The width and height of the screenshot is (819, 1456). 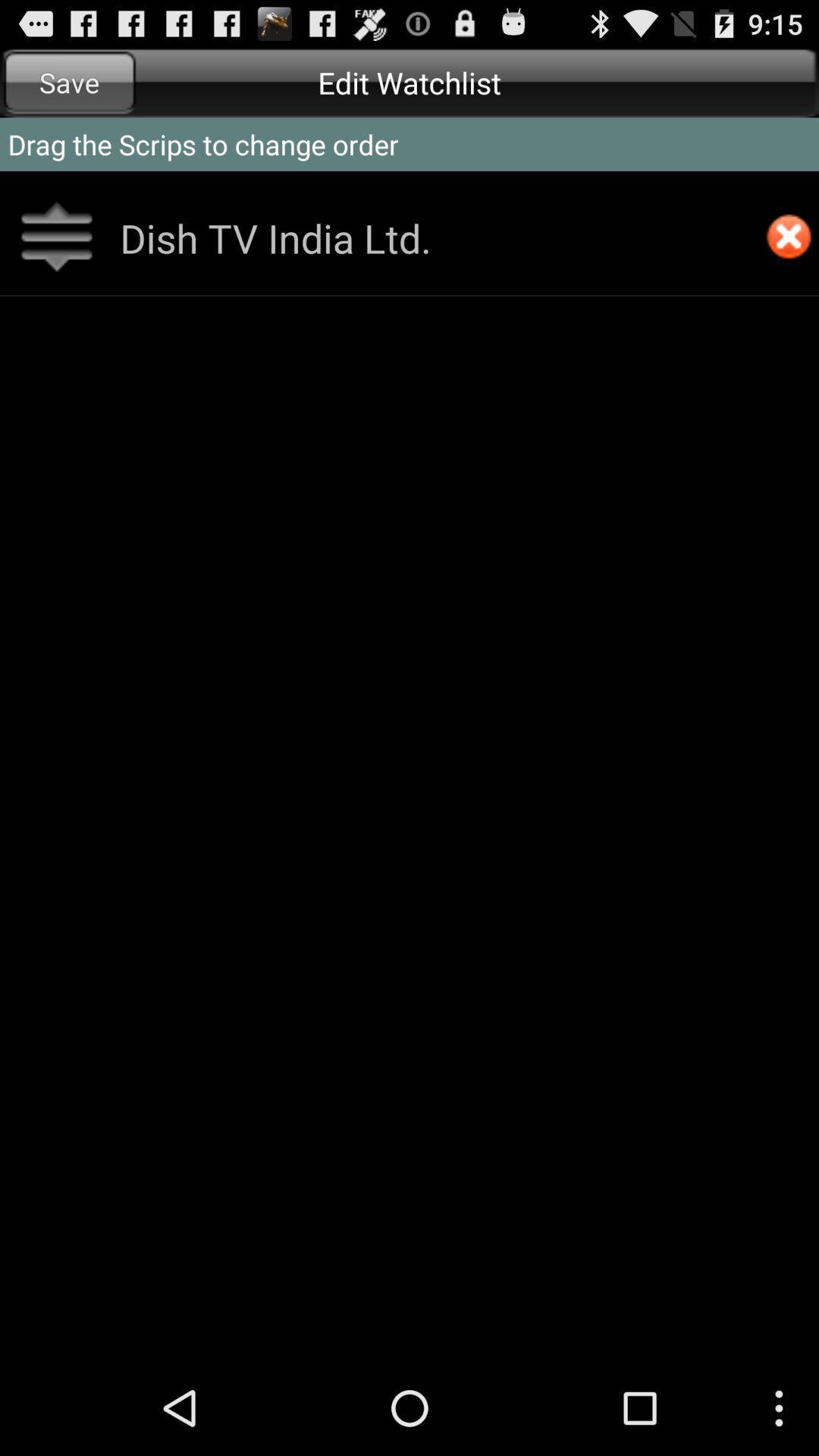 What do you see at coordinates (69, 82) in the screenshot?
I see `item to the left of edit watchlist` at bounding box center [69, 82].